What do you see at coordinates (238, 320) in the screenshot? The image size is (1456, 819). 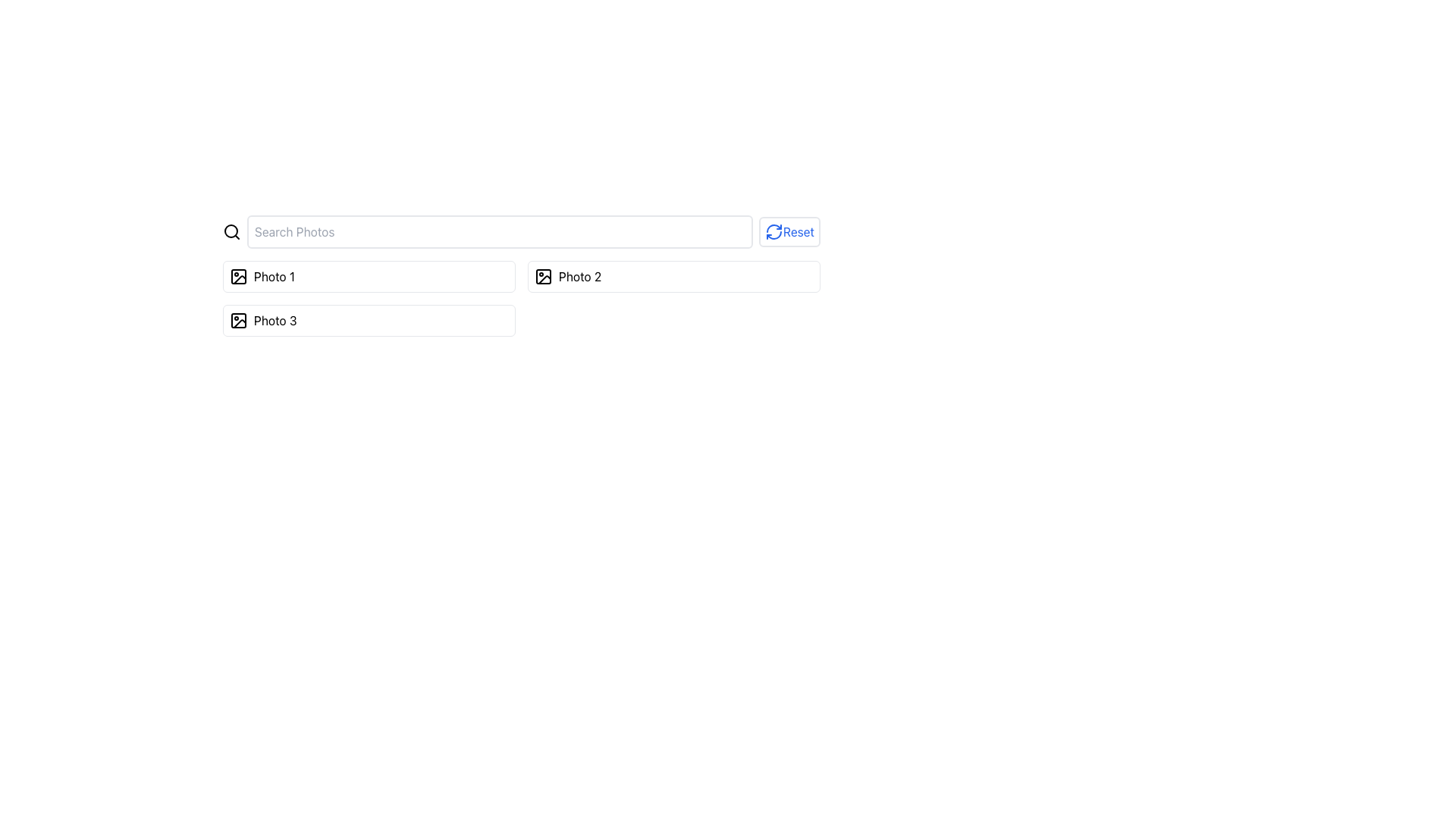 I see `the upper-left component of the icon graphic that symbolizes an image or photo placeholder functionality` at bounding box center [238, 320].